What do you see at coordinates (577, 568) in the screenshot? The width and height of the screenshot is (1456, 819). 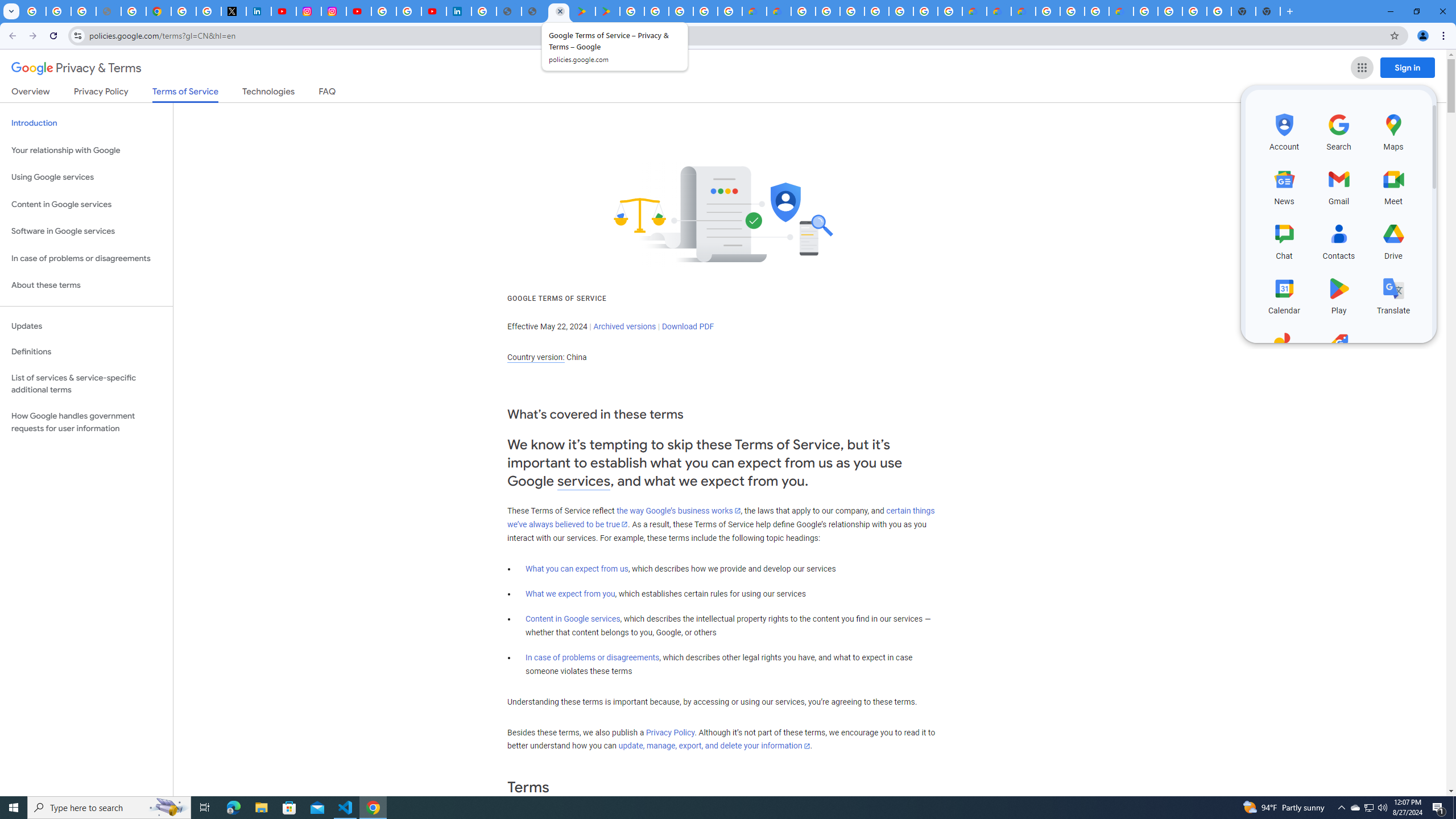 I see `'What you can expect from us'` at bounding box center [577, 568].